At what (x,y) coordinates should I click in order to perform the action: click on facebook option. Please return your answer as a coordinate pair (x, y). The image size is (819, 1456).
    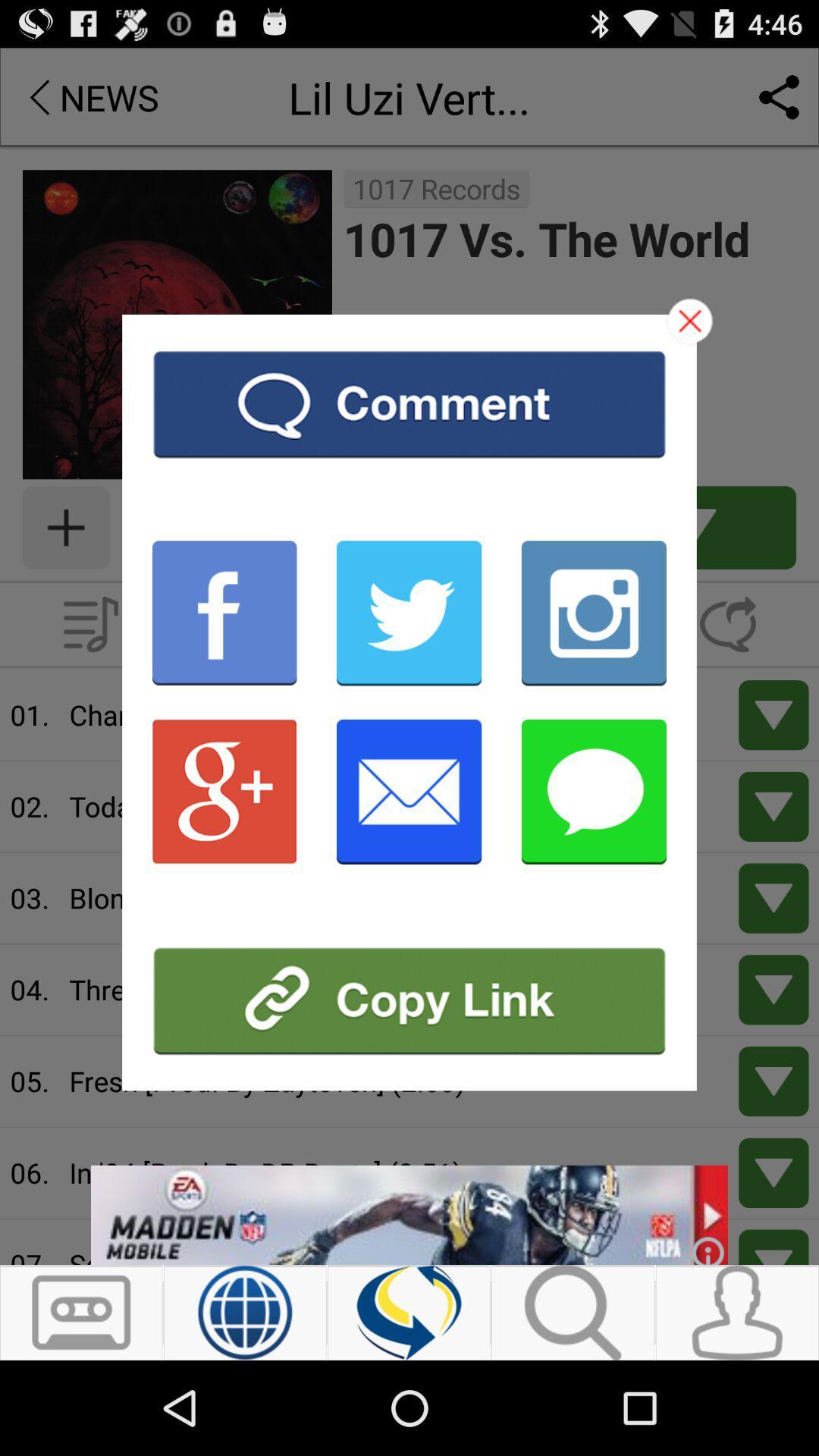
    Looking at the image, I should click on (224, 613).